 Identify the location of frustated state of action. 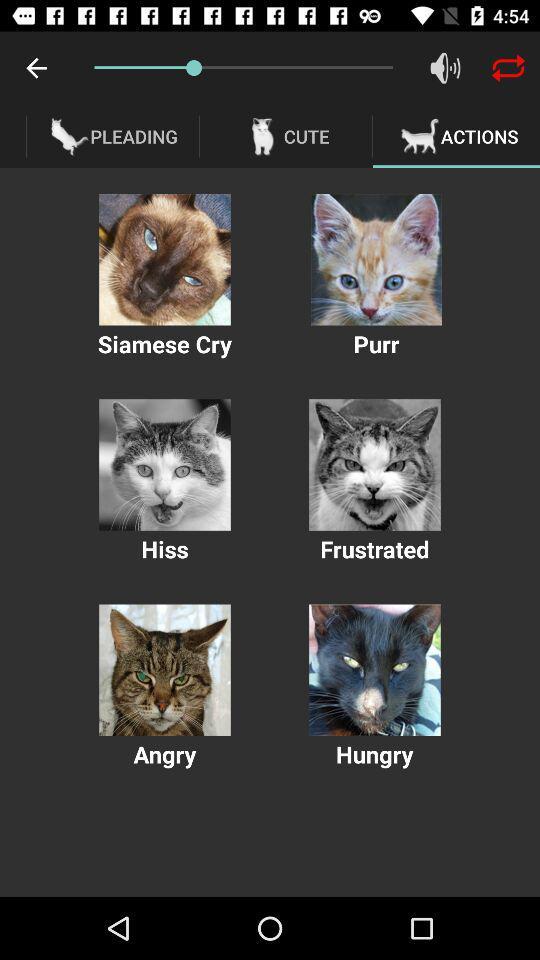
(374, 465).